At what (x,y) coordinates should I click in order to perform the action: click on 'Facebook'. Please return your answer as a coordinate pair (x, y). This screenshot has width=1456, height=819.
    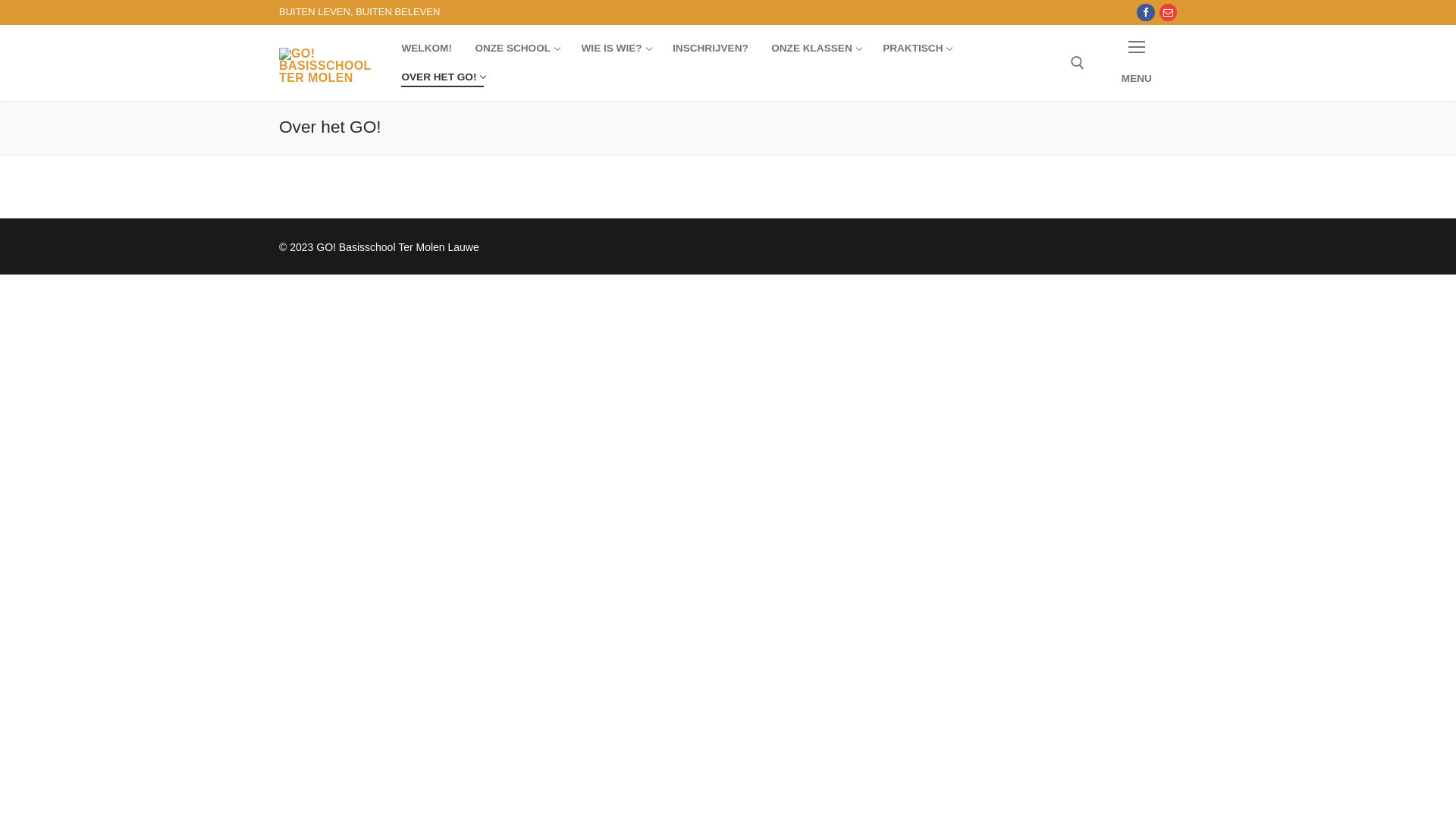
    Looking at the image, I should click on (1145, 12).